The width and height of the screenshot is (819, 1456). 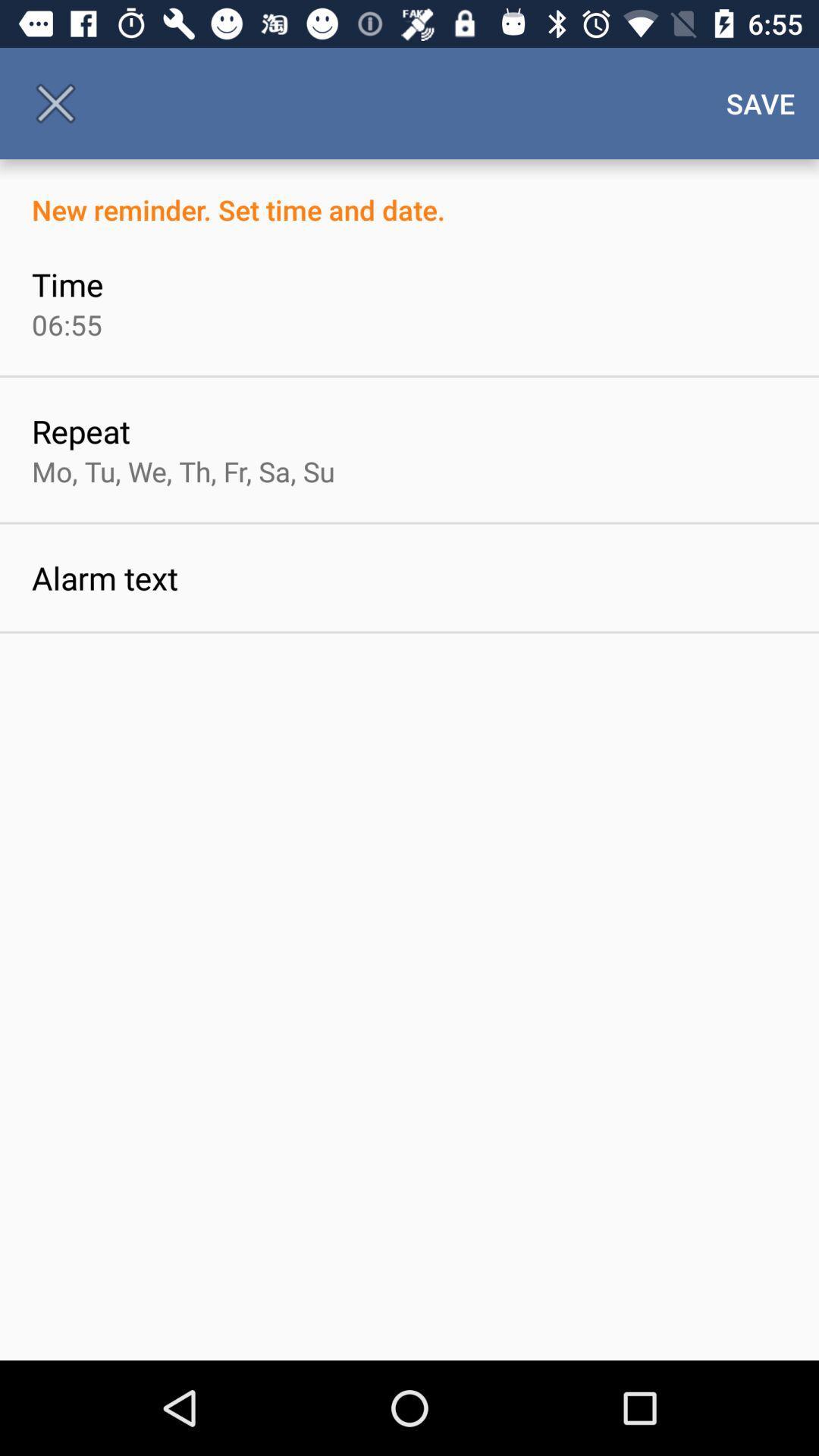 I want to click on the icon below the repeat, so click(x=182, y=470).